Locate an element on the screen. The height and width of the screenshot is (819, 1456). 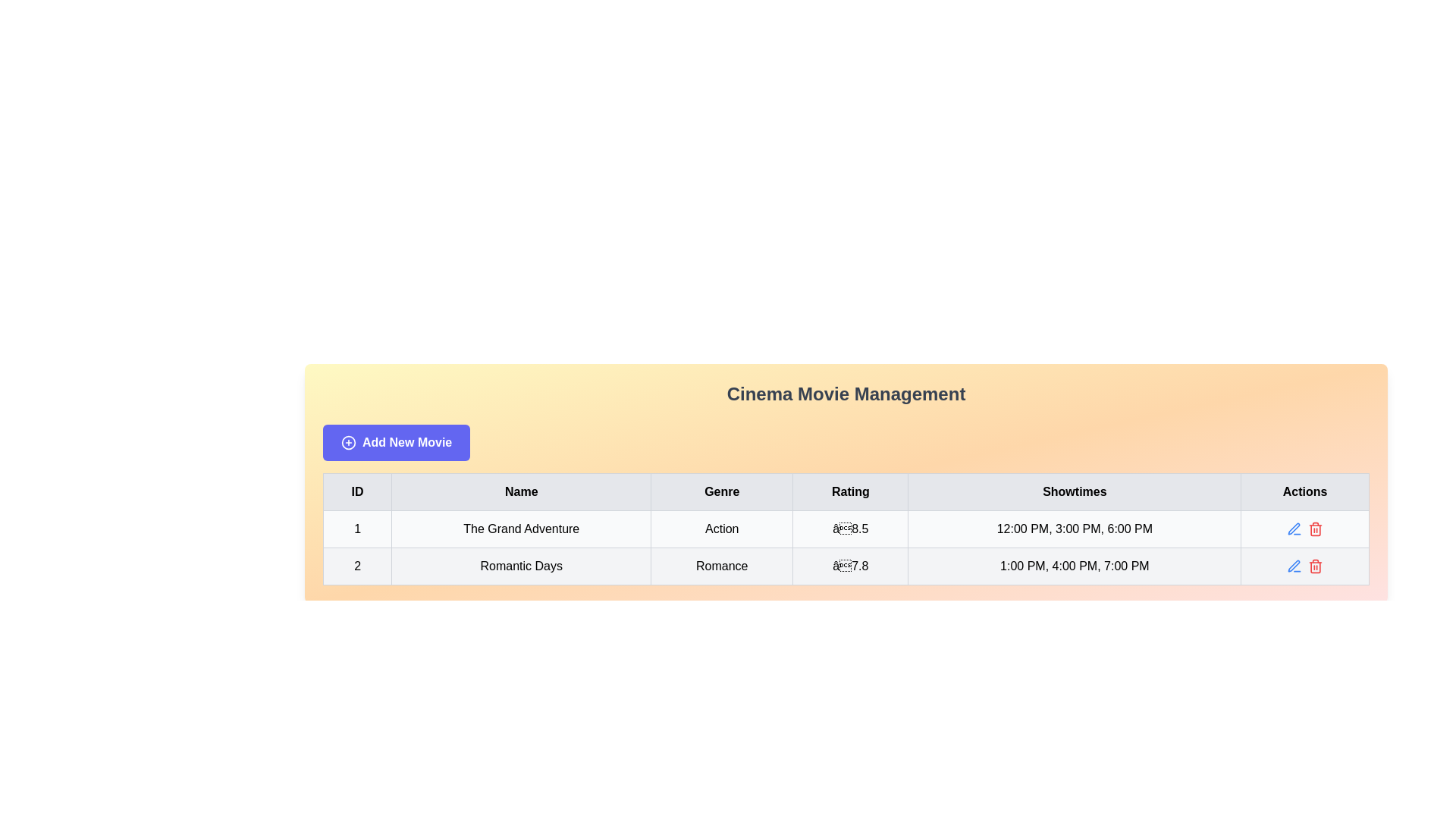
the bold, large-sized gray text 'Cinema Movie Management' which is centrally aligned and serves as a header above the 'Add New Movie' button is located at coordinates (846, 394).